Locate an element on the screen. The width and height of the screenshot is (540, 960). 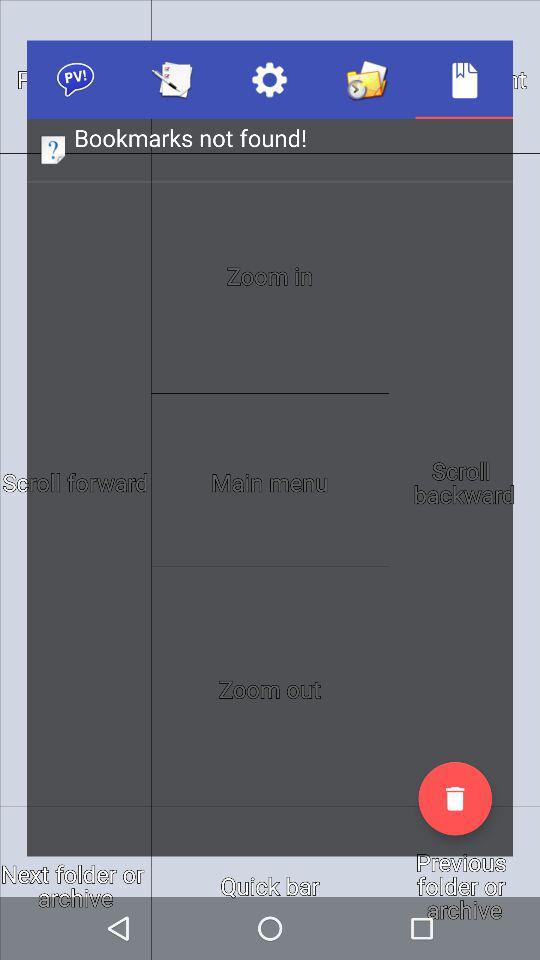
the delete icon is located at coordinates (455, 798).